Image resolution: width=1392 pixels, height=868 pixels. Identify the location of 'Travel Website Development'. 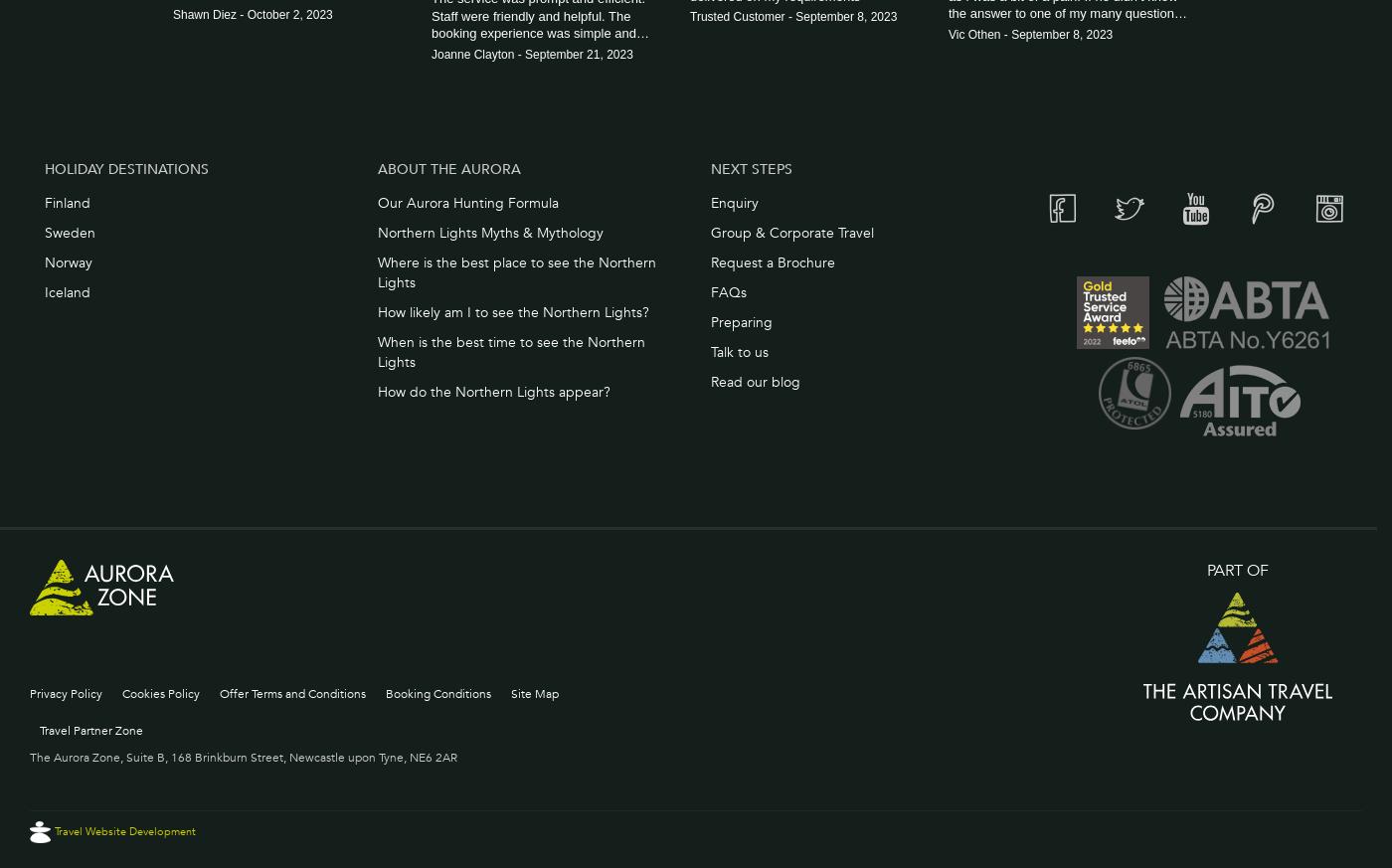
(125, 830).